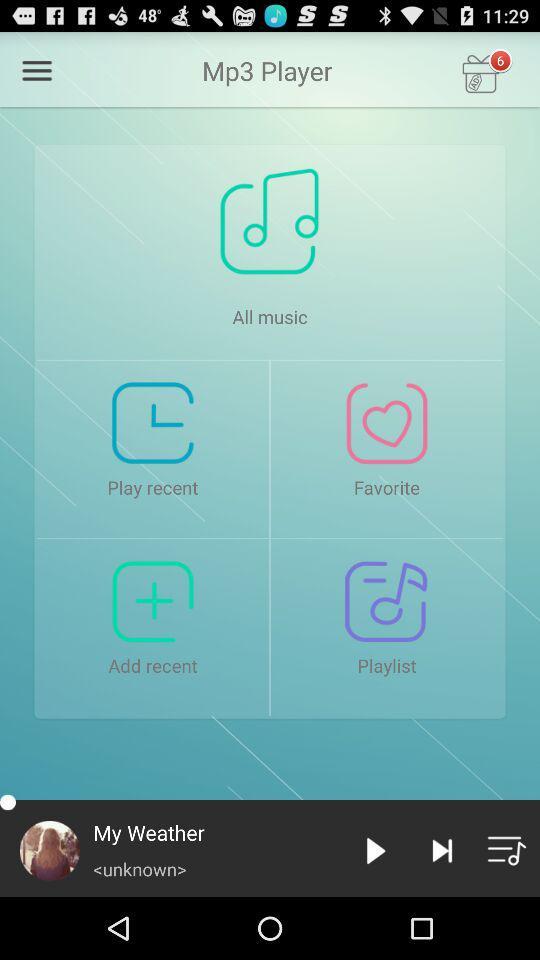 Image resolution: width=540 pixels, height=960 pixels. I want to click on the skip_next icon, so click(441, 910).